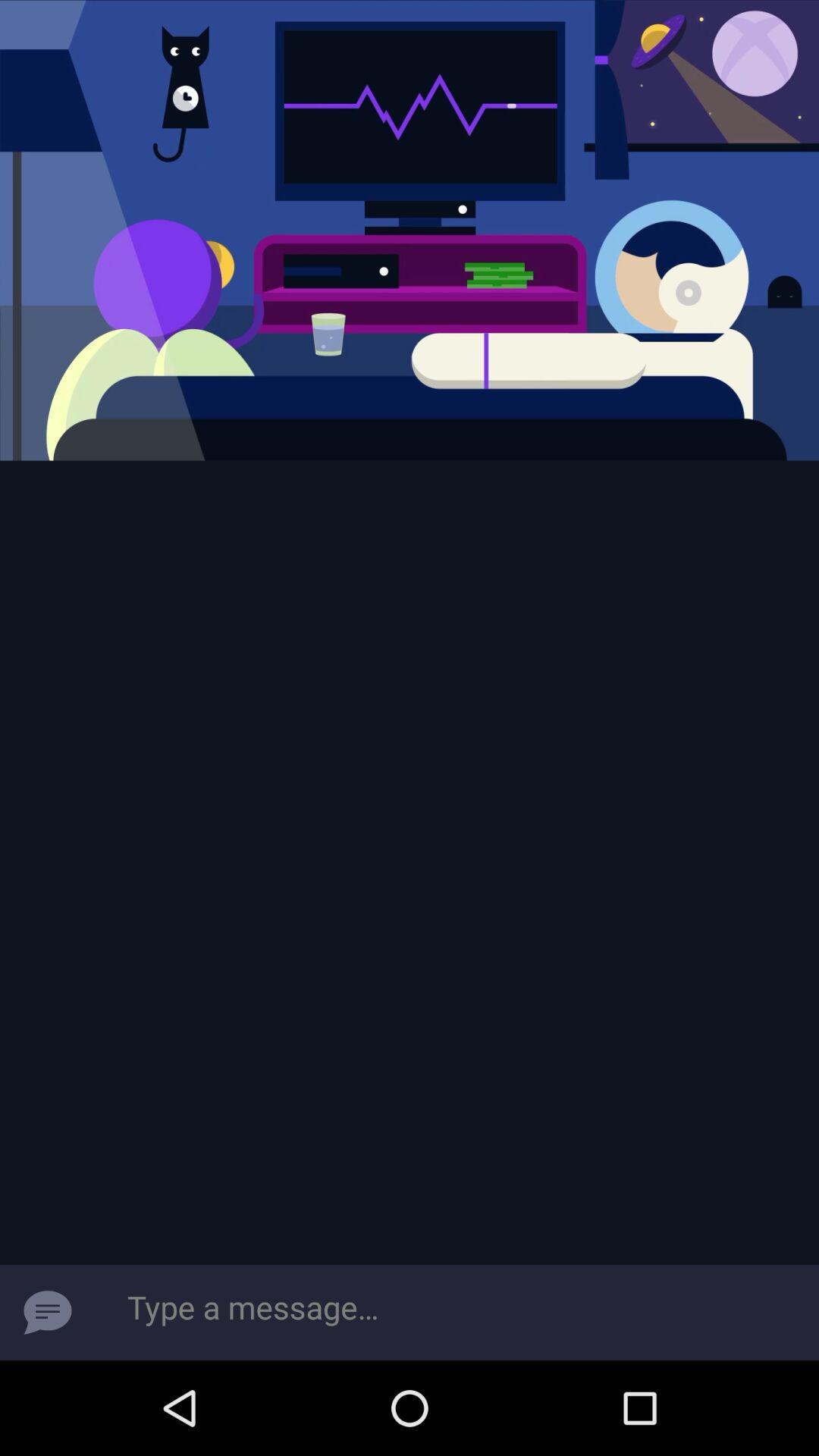  What do you see at coordinates (456, 1312) in the screenshot?
I see `message field` at bounding box center [456, 1312].